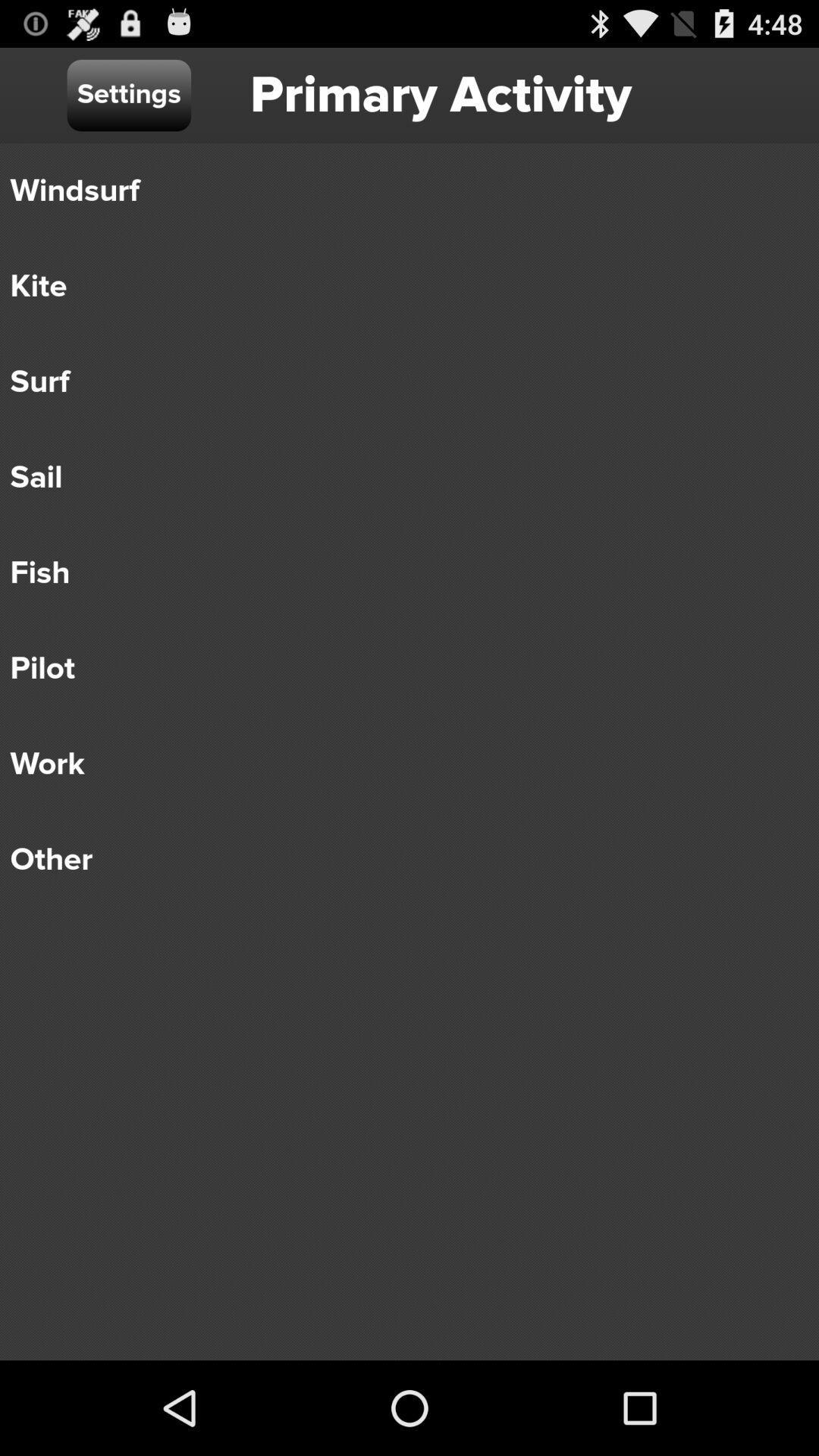 This screenshot has width=819, height=1456. What do you see at coordinates (398, 668) in the screenshot?
I see `the item below the fish icon` at bounding box center [398, 668].